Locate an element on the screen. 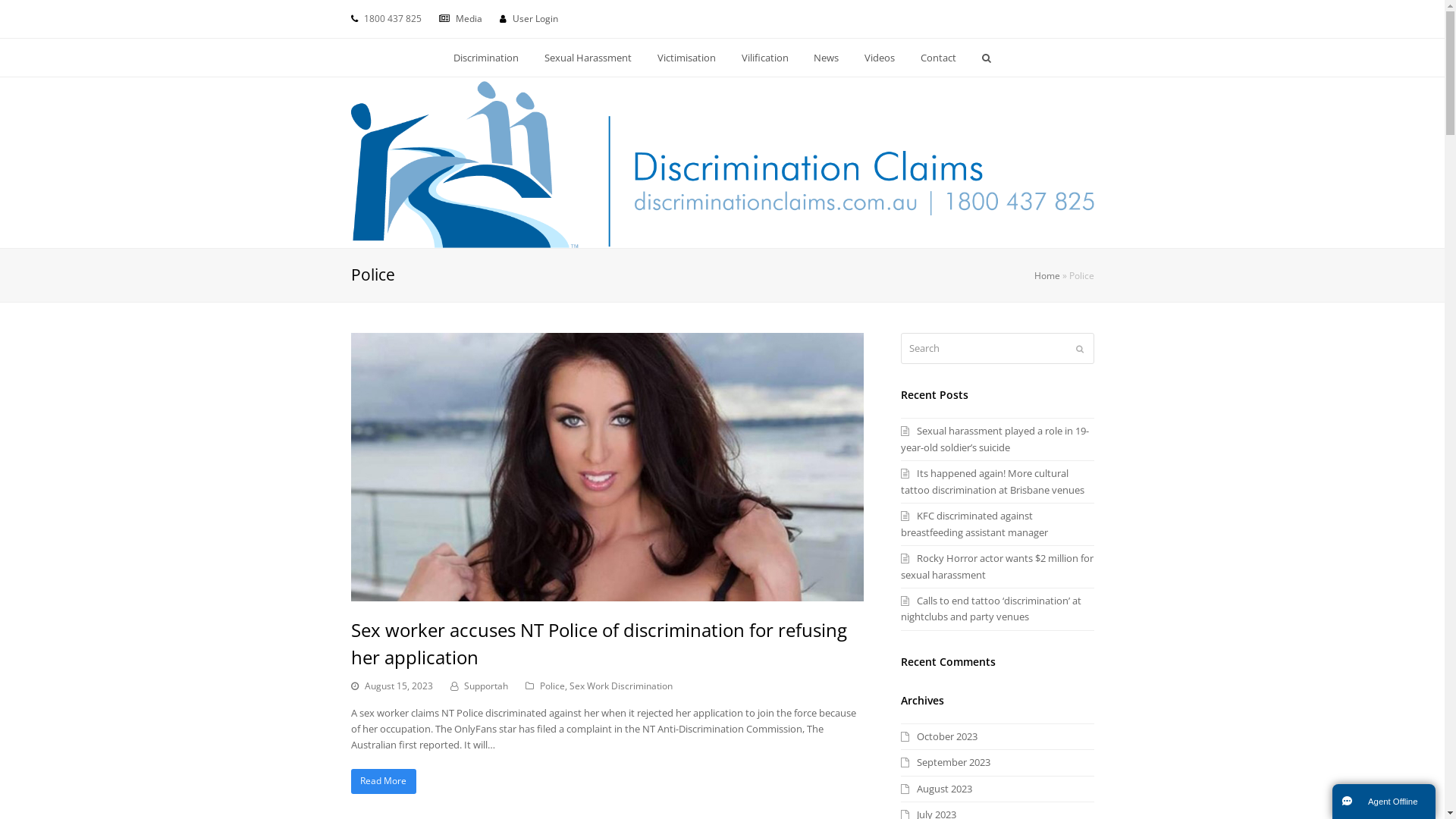 Image resolution: width=1456 pixels, height=819 pixels. 'Contact' is located at coordinates (938, 57).